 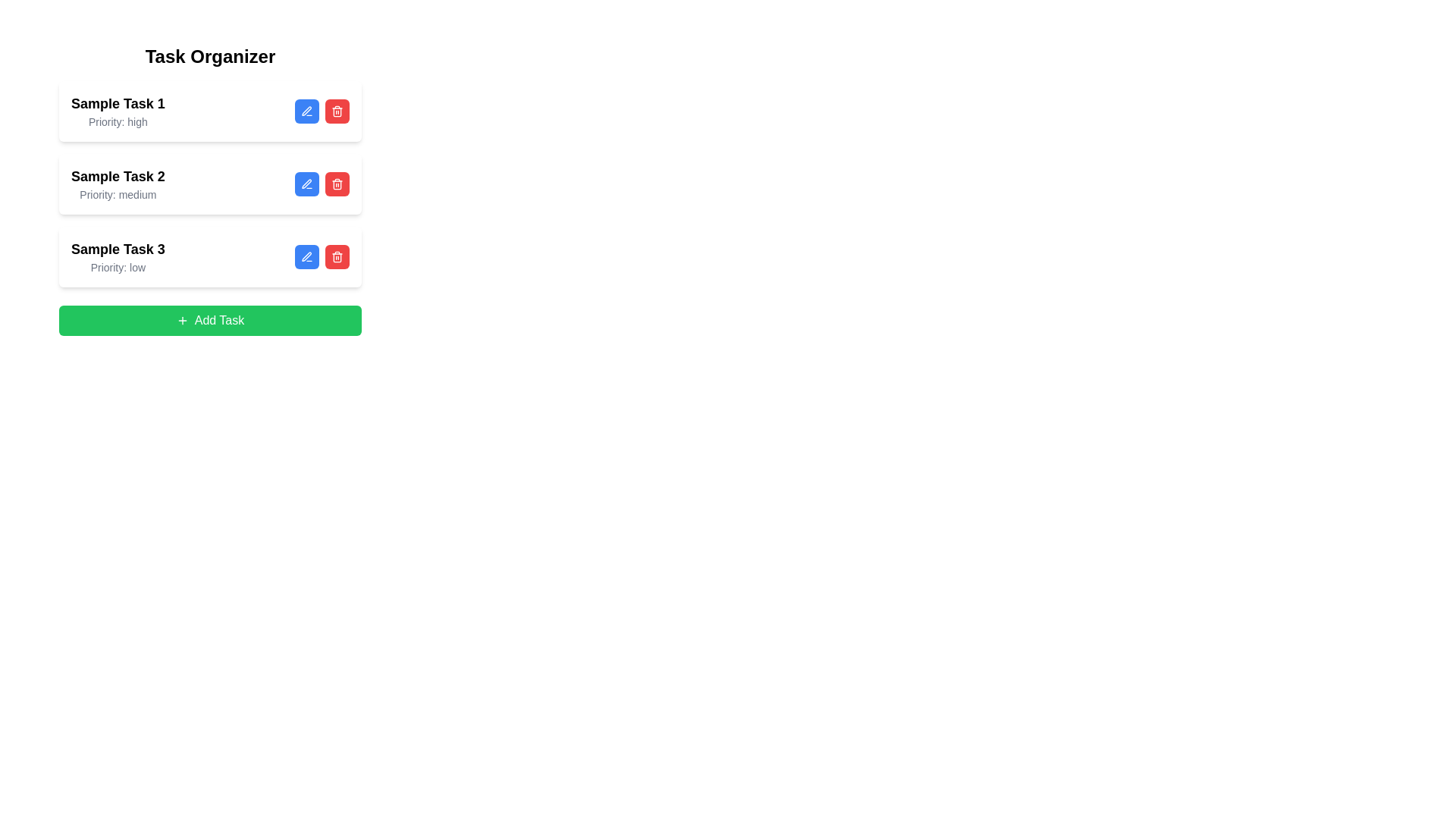 I want to click on the third task card in the task organizer, so click(x=209, y=256).